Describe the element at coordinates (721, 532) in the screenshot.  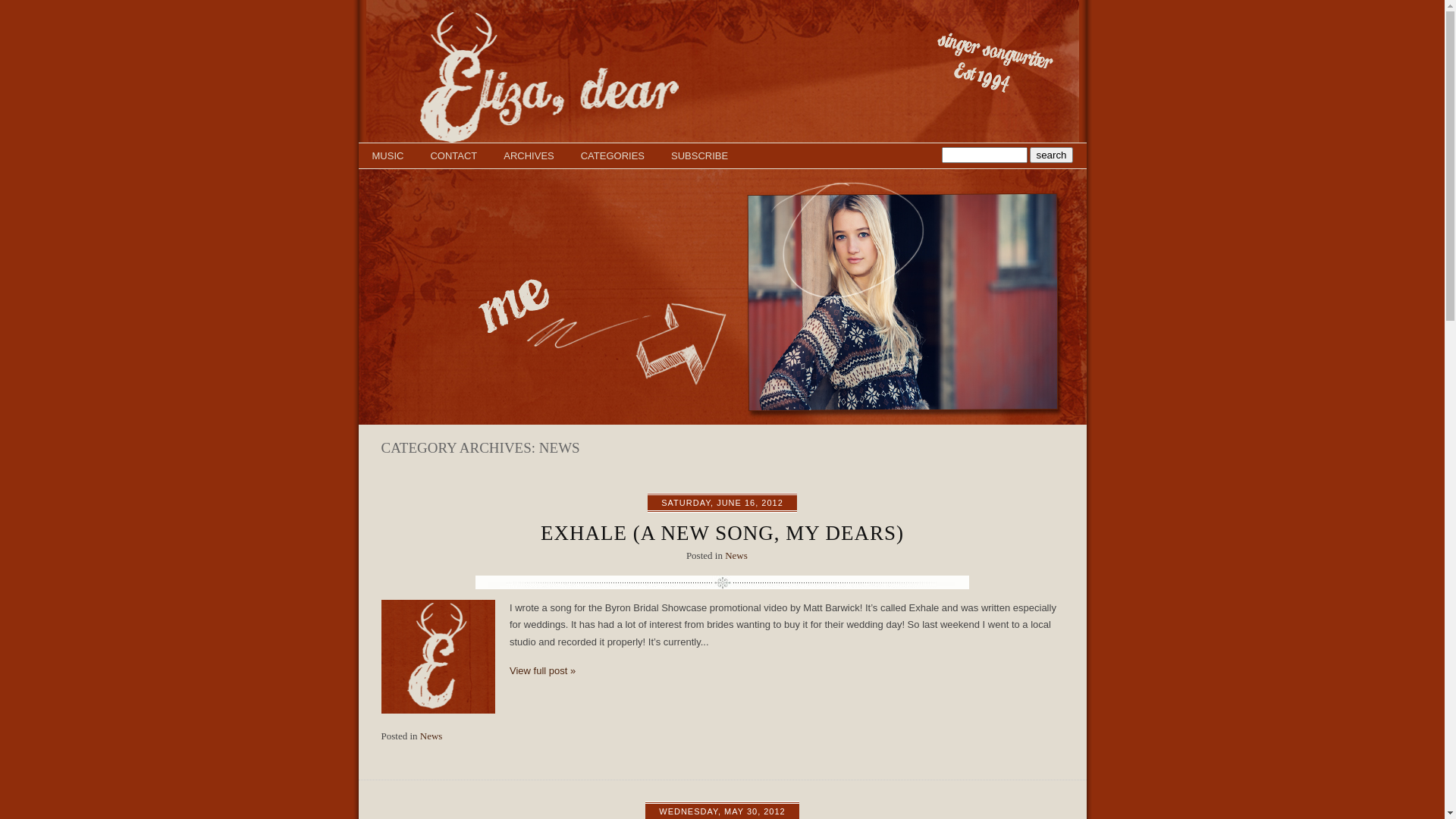
I see `'EXHALE (A NEW SONG, MY DEARS)'` at that location.